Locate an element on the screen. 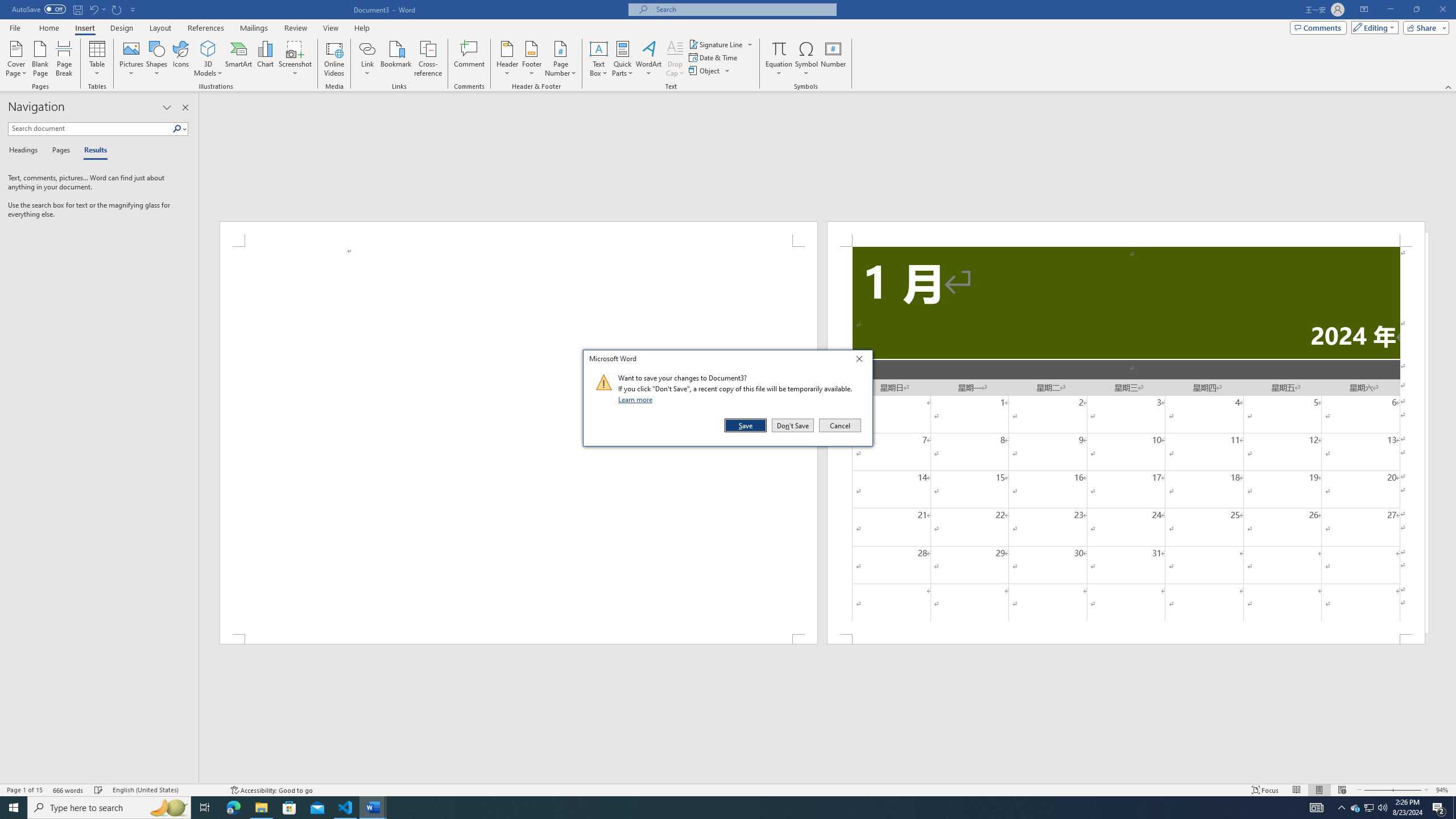  'Link' is located at coordinates (367, 59).